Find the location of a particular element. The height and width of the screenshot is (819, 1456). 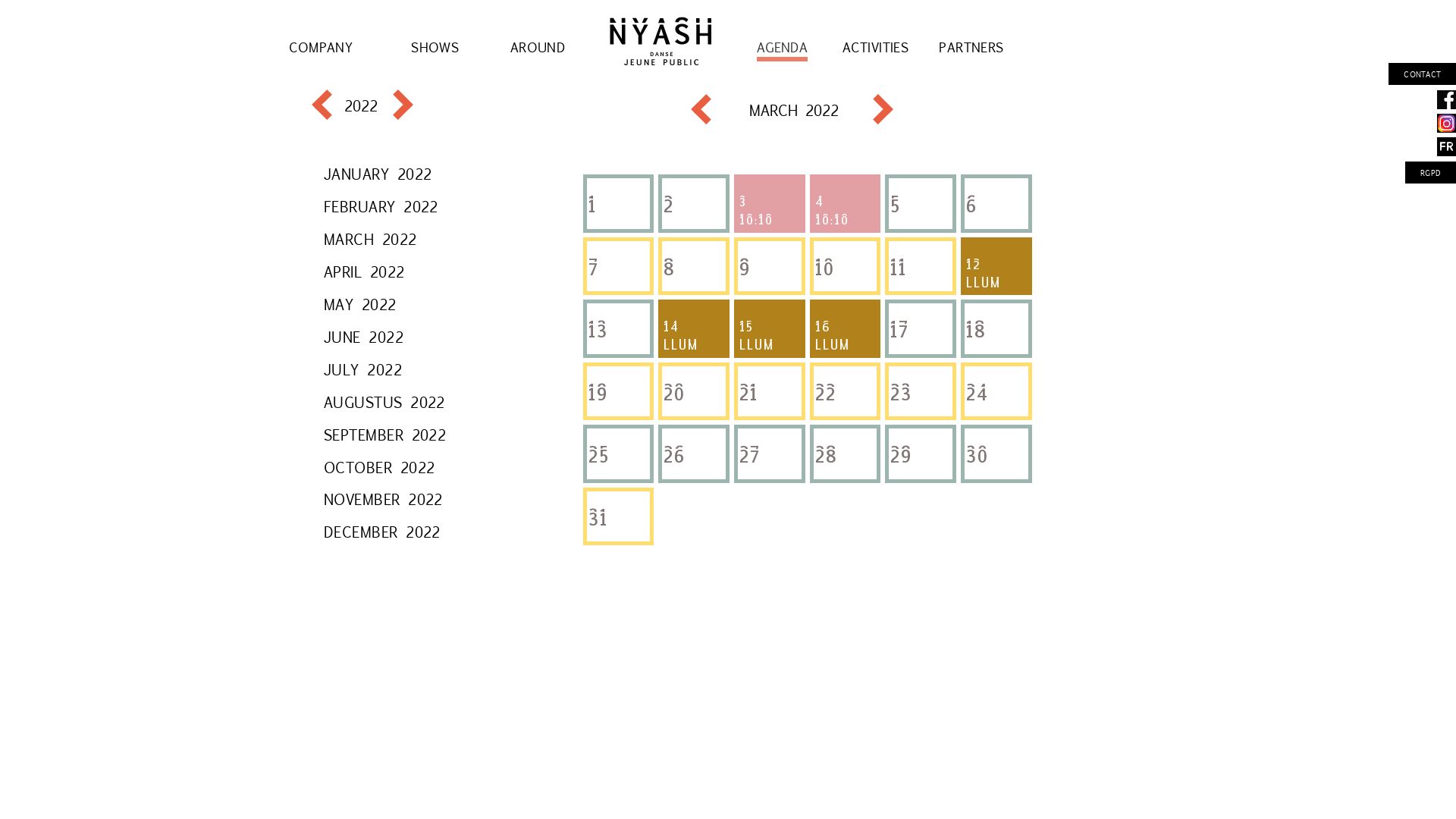

'ACTIVITIES' is located at coordinates (875, 45).